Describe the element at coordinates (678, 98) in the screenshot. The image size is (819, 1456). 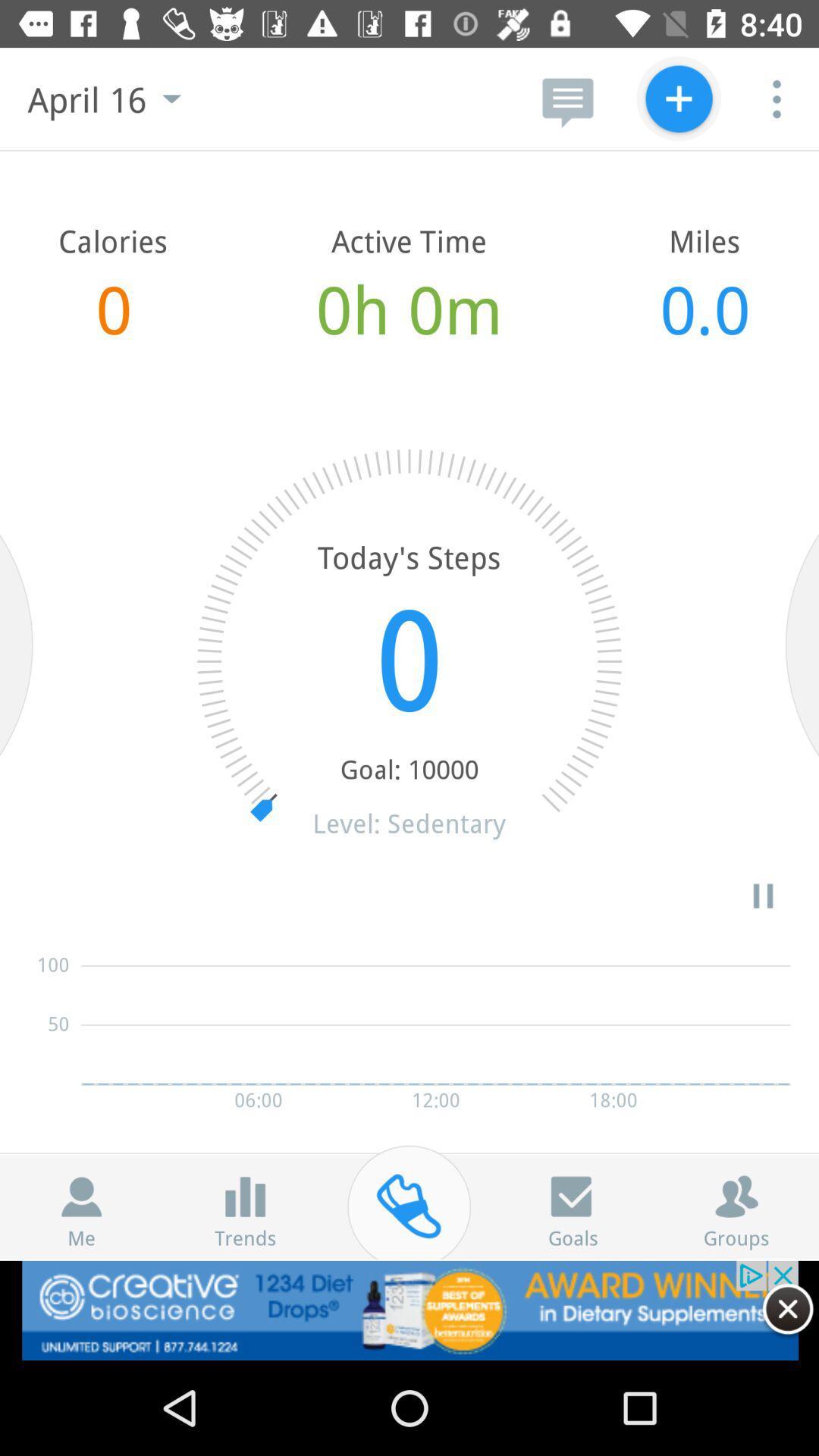
I see `the add icon` at that location.